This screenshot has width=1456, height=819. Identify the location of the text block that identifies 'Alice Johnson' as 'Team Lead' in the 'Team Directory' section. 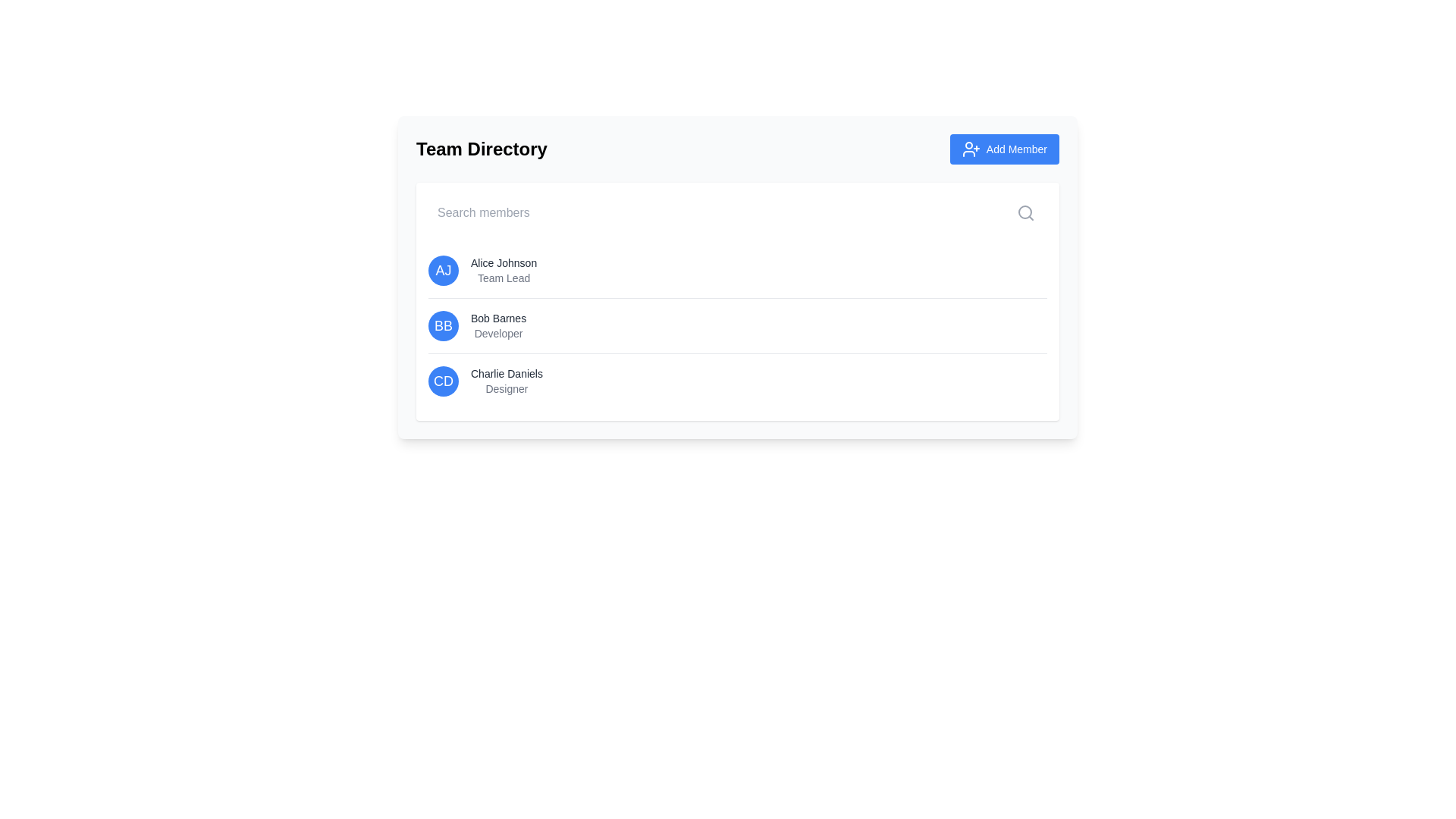
(504, 270).